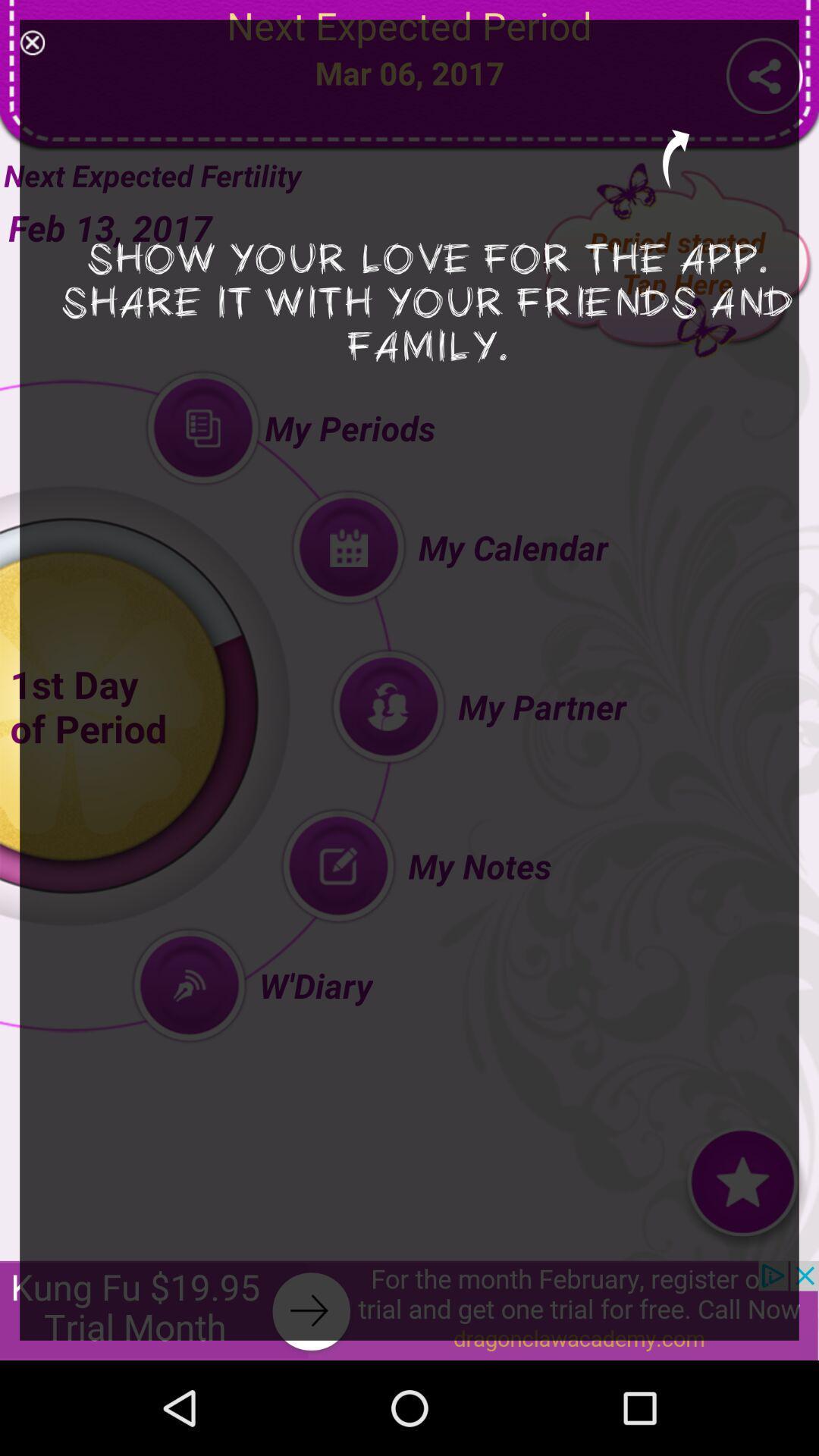 This screenshot has width=819, height=1456. What do you see at coordinates (32, 42) in the screenshot?
I see `share app prompt` at bounding box center [32, 42].